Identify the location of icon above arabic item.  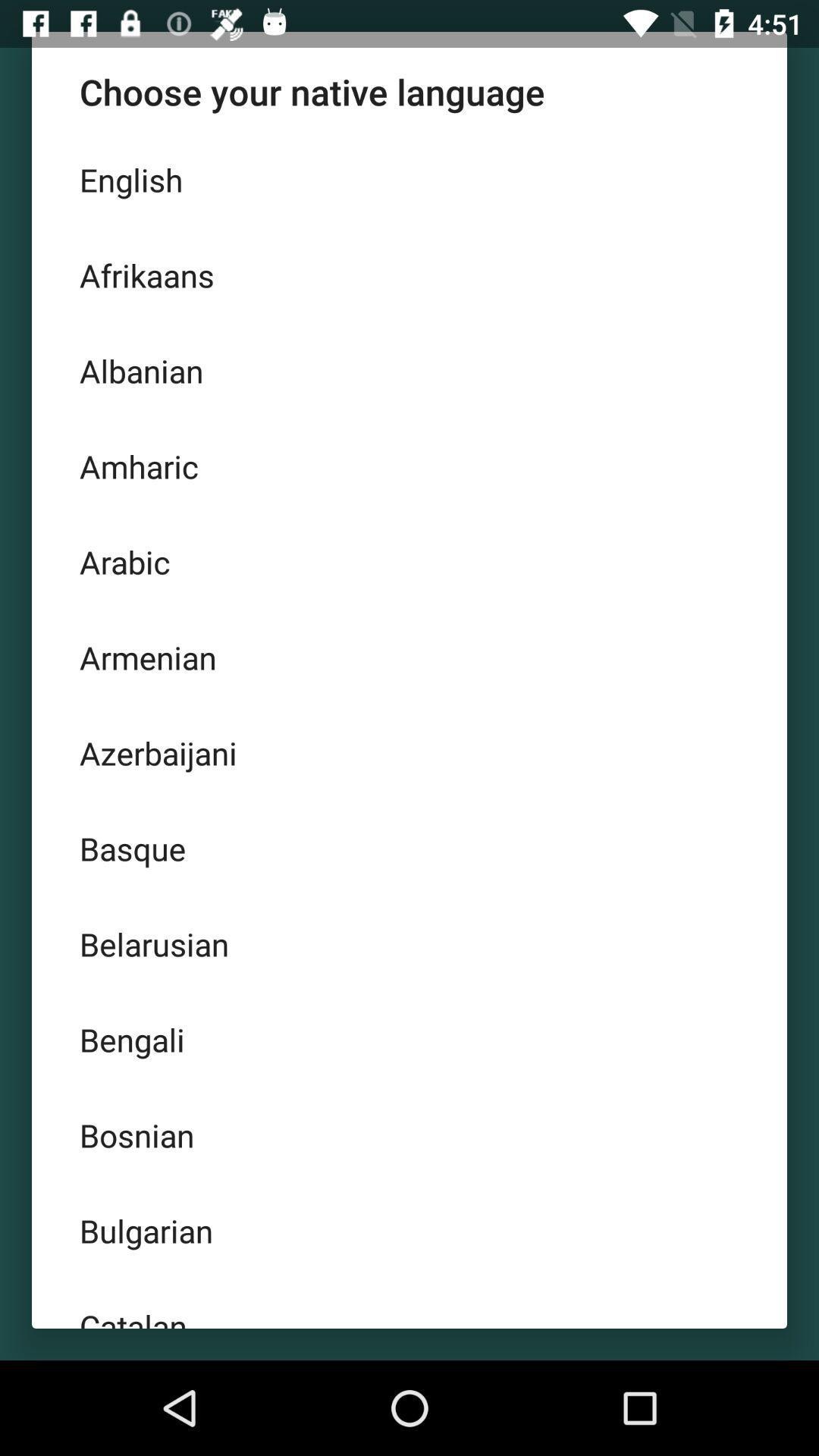
(409, 465).